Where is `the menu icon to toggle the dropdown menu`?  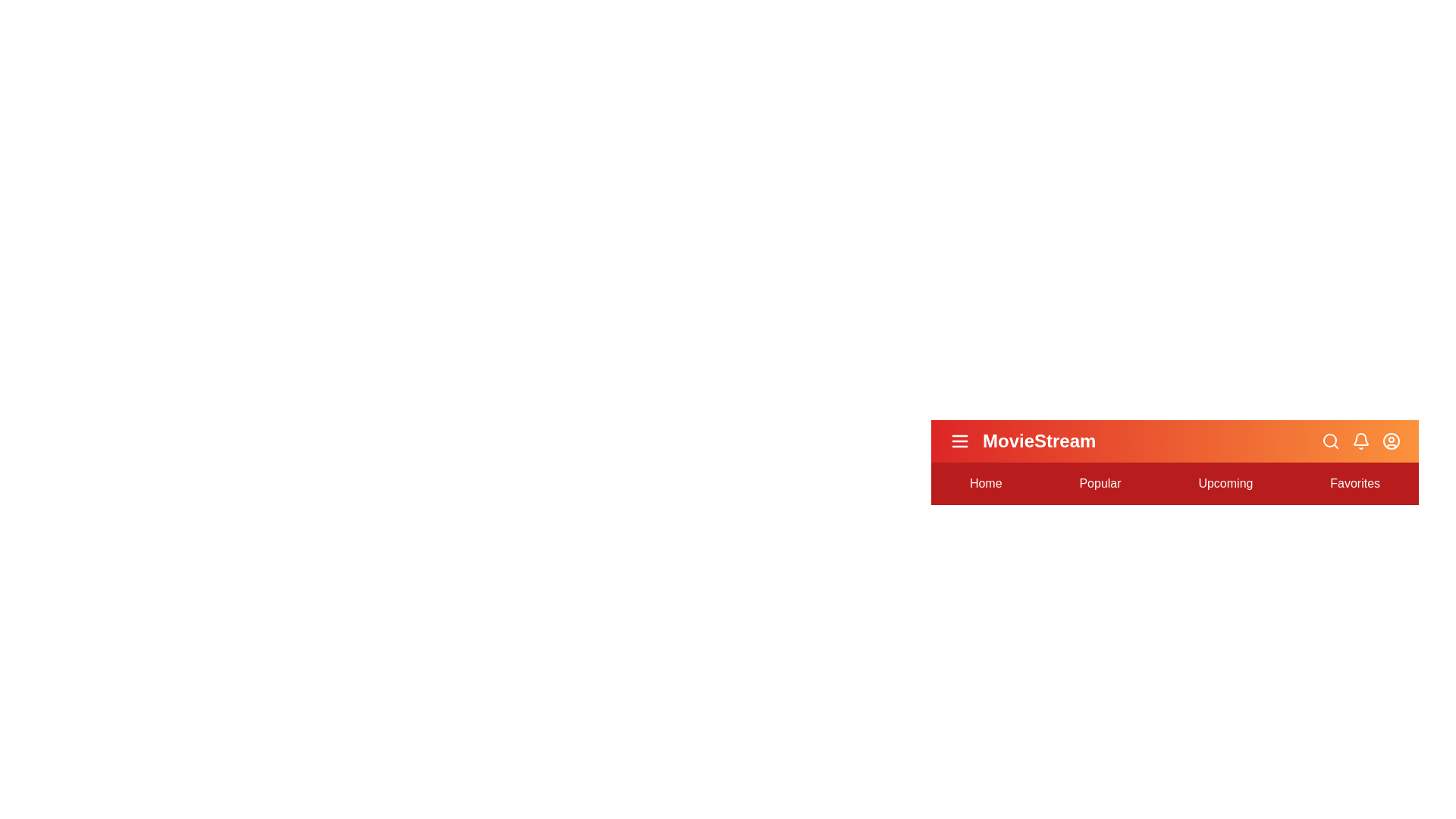 the menu icon to toggle the dropdown menu is located at coordinates (959, 441).